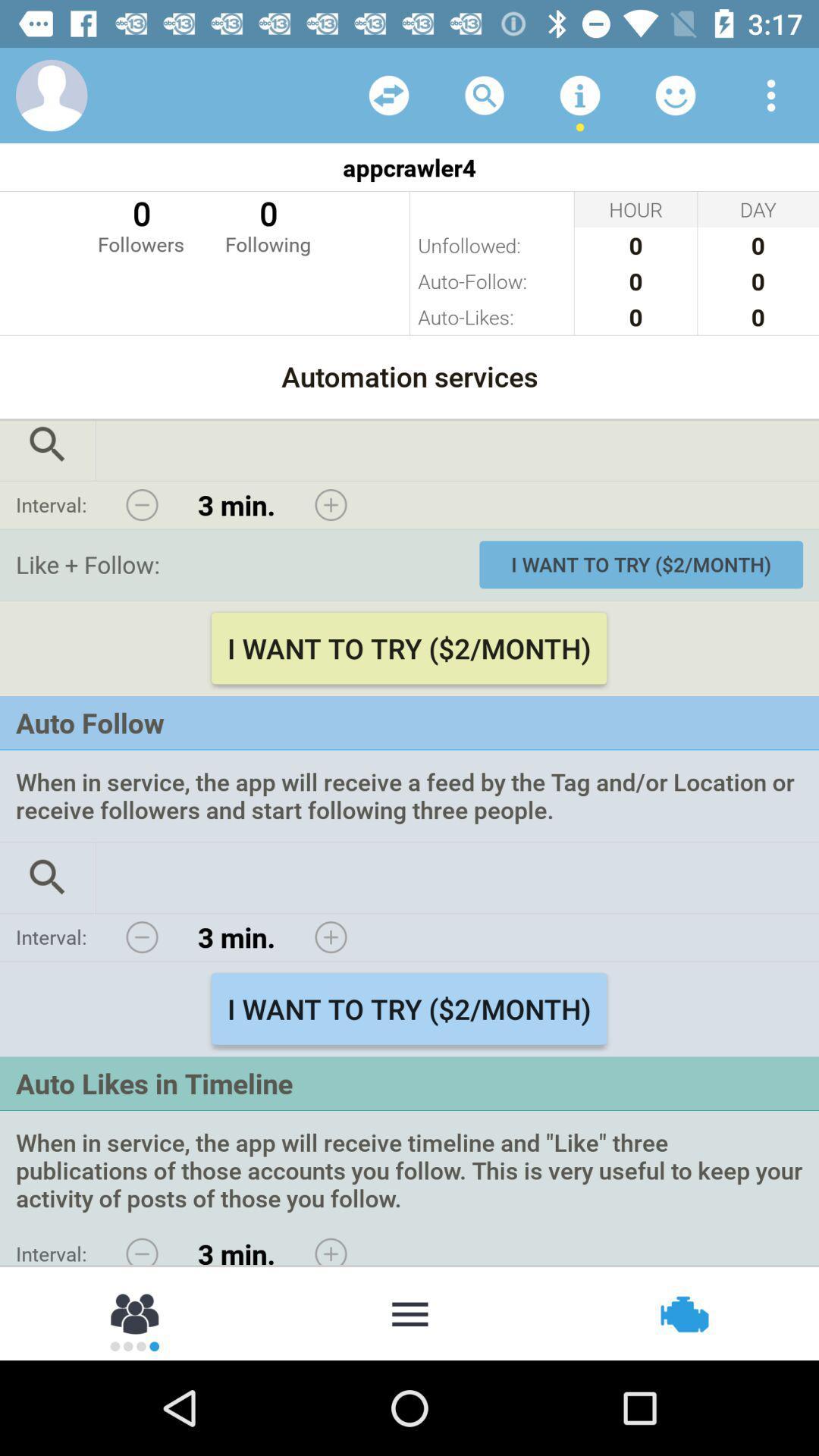 This screenshot has height=1456, width=819. What do you see at coordinates (46, 450) in the screenshot?
I see `search` at bounding box center [46, 450].